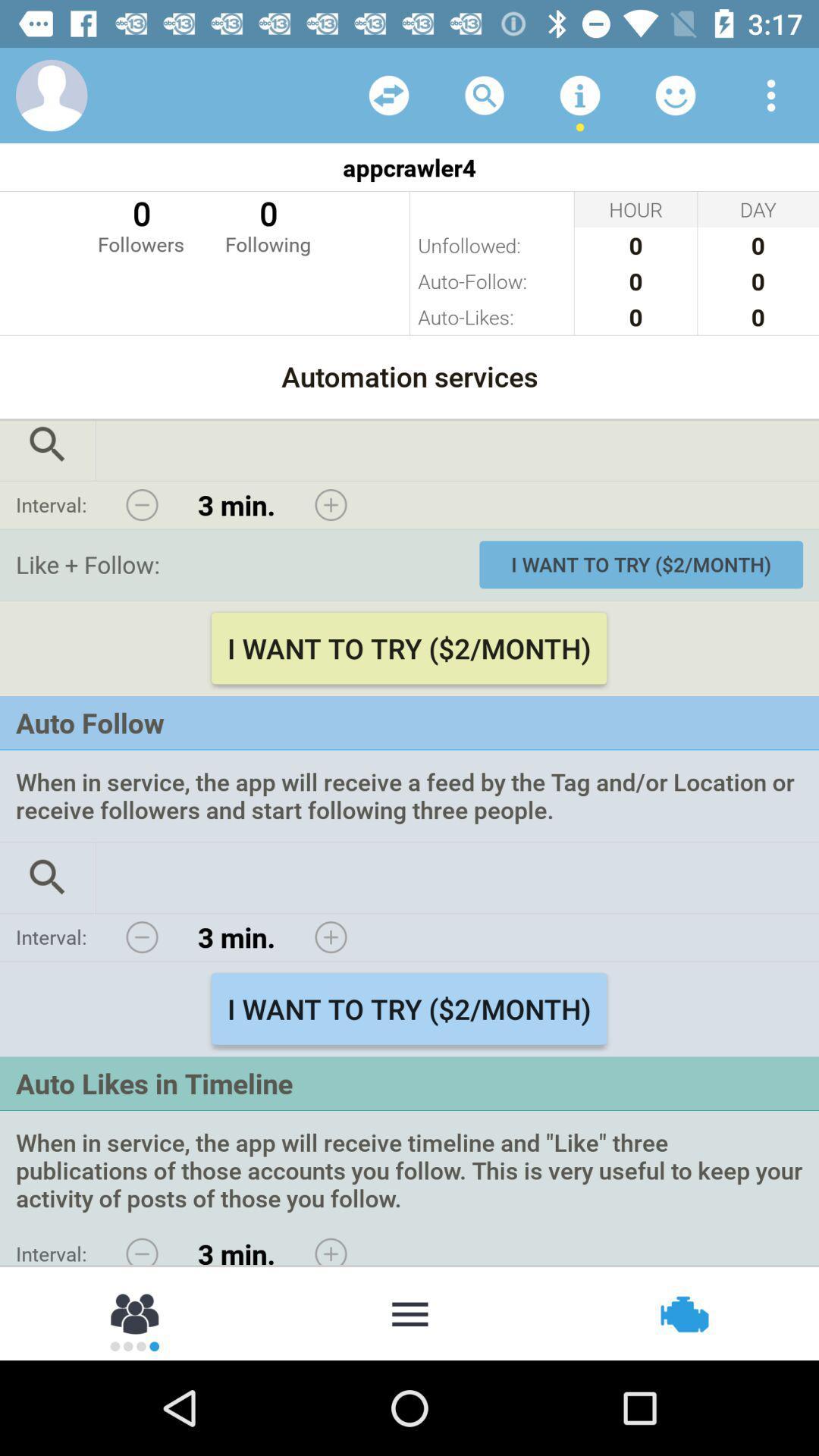 This screenshot has height=1456, width=819. What do you see at coordinates (46, 450) in the screenshot?
I see `search` at bounding box center [46, 450].